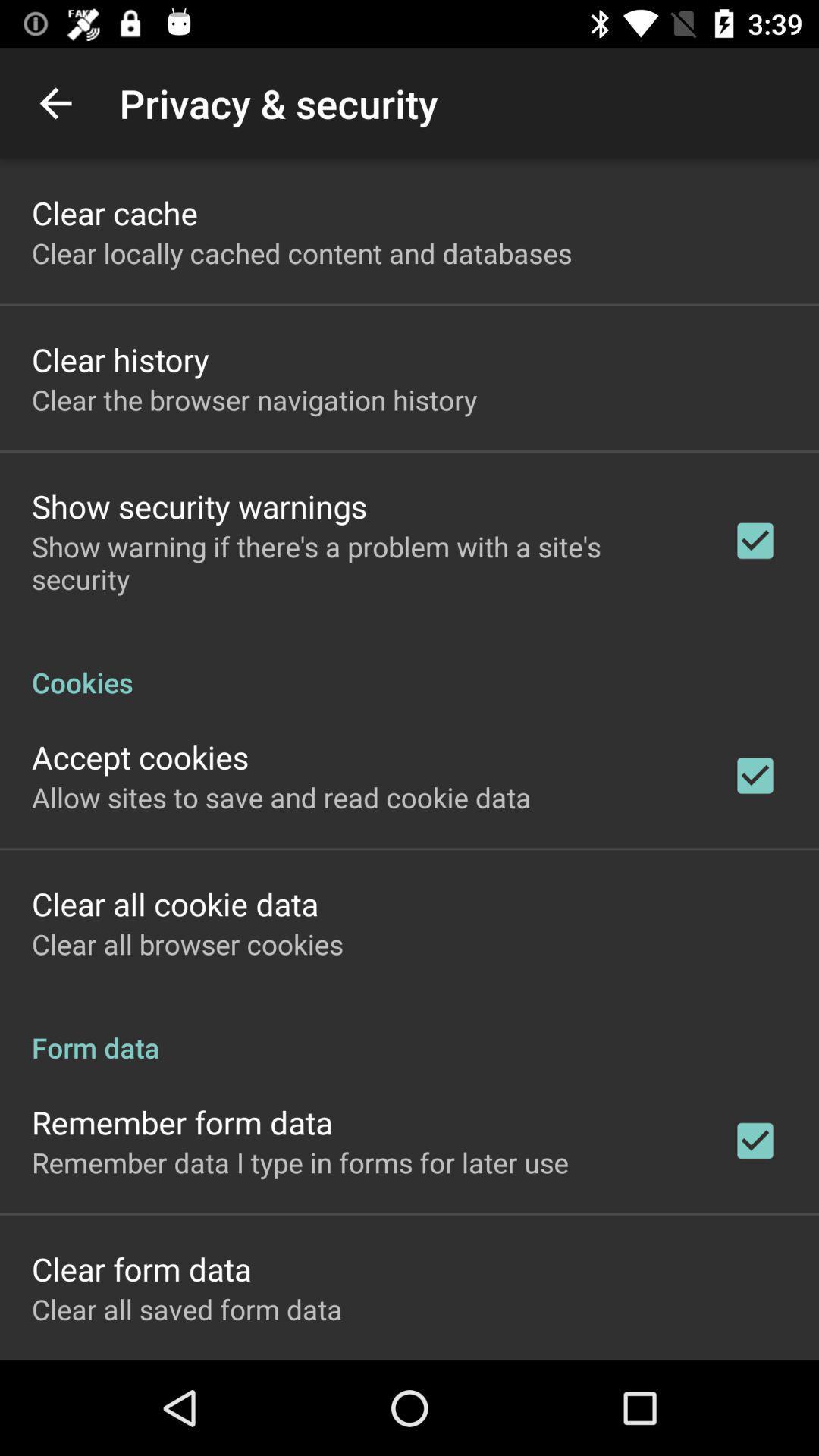 The width and height of the screenshot is (819, 1456). Describe the element at coordinates (55, 102) in the screenshot. I see `app to the left of privacy & security item` at that location.